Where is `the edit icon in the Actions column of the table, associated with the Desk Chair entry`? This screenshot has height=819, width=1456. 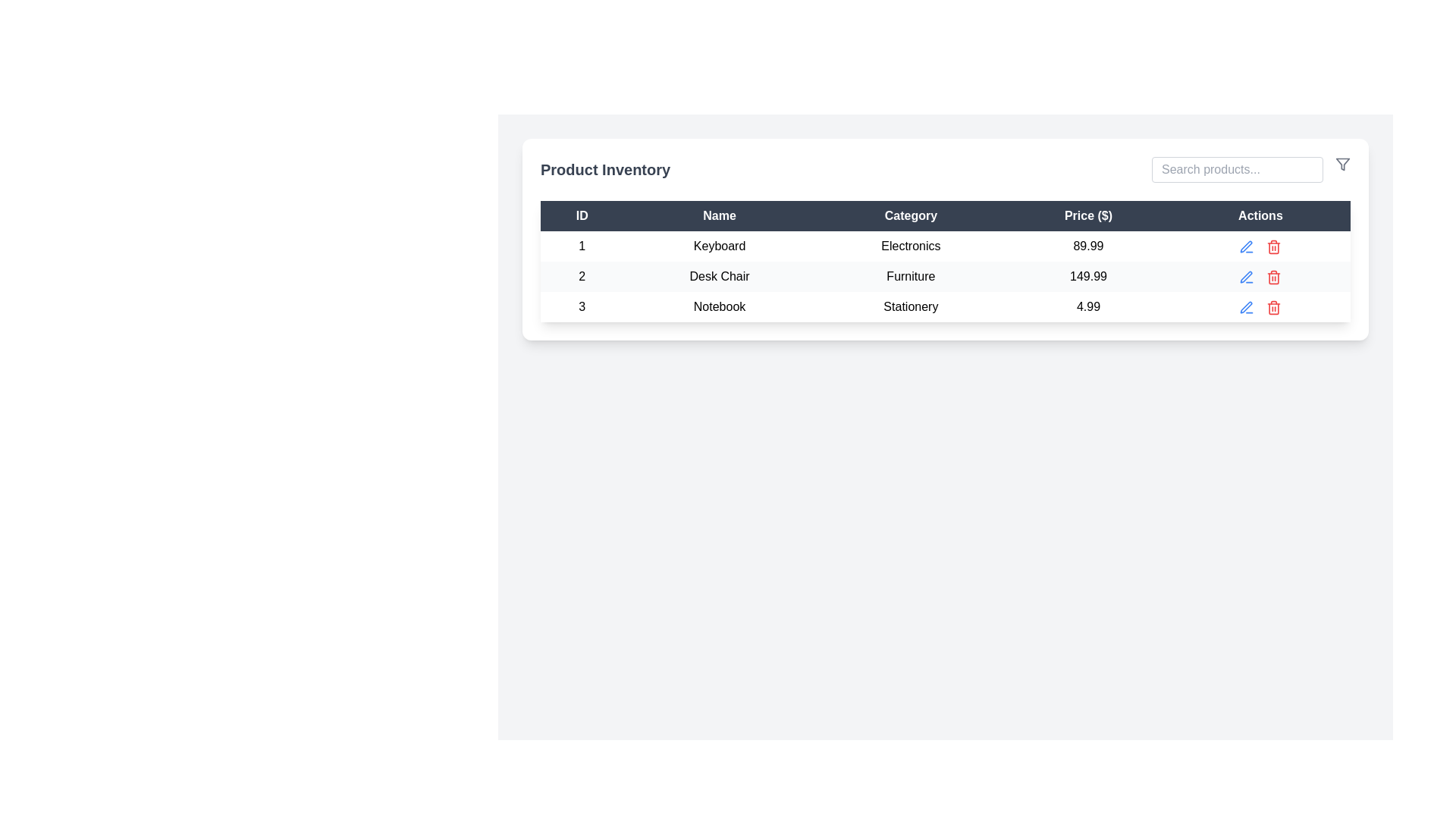
the edit icon in the Actions column of the table, associated with the Desk Chair entry is located at coordinates (1247, 246).